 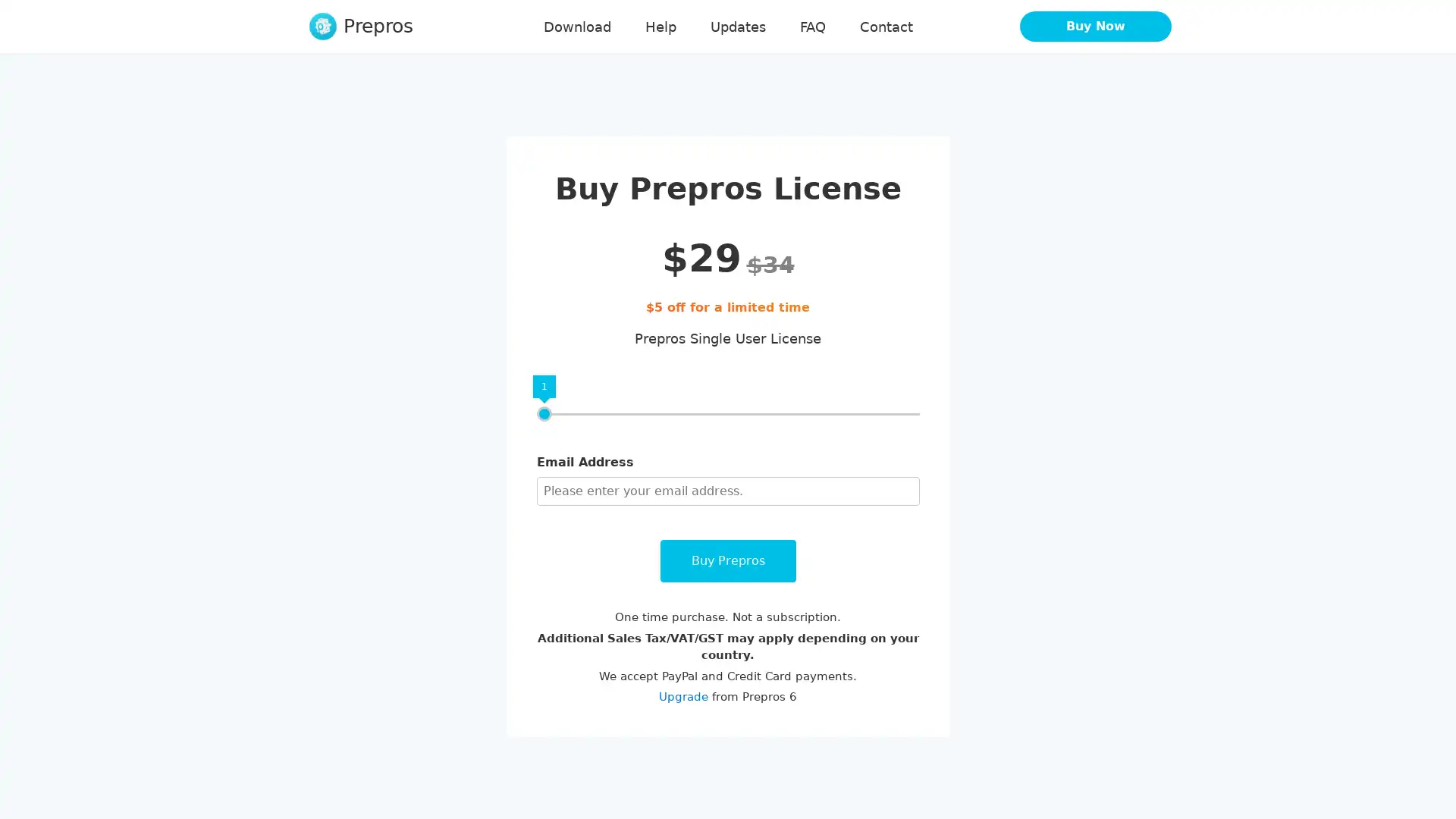 What do you see at coordinates (726, 561) in the screenshot?
I see `Buy Prepros` at bounding box center [726, 561].